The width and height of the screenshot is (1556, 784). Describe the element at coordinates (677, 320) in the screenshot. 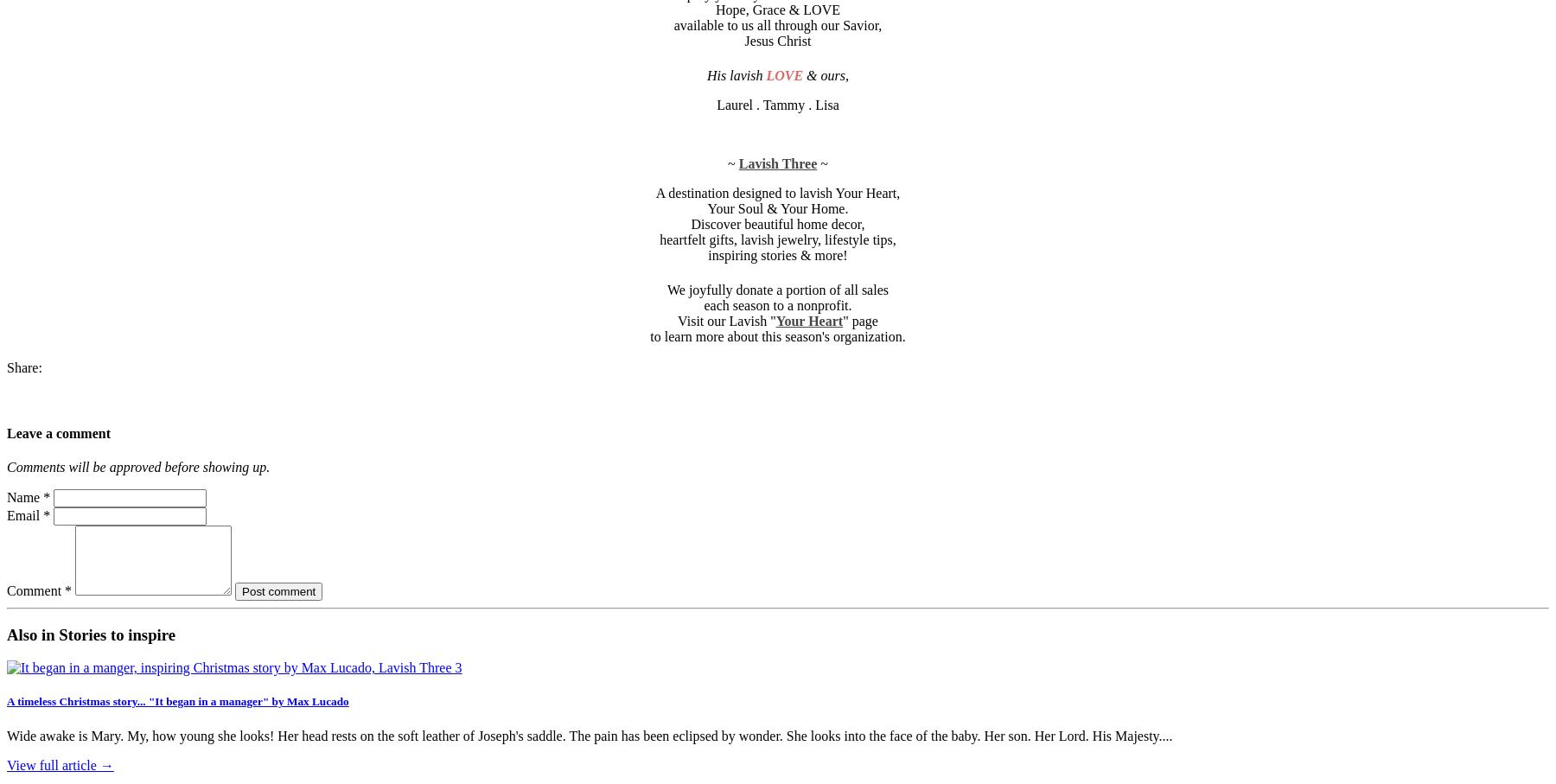

I see `'Visit our Lavish "'` at that location.